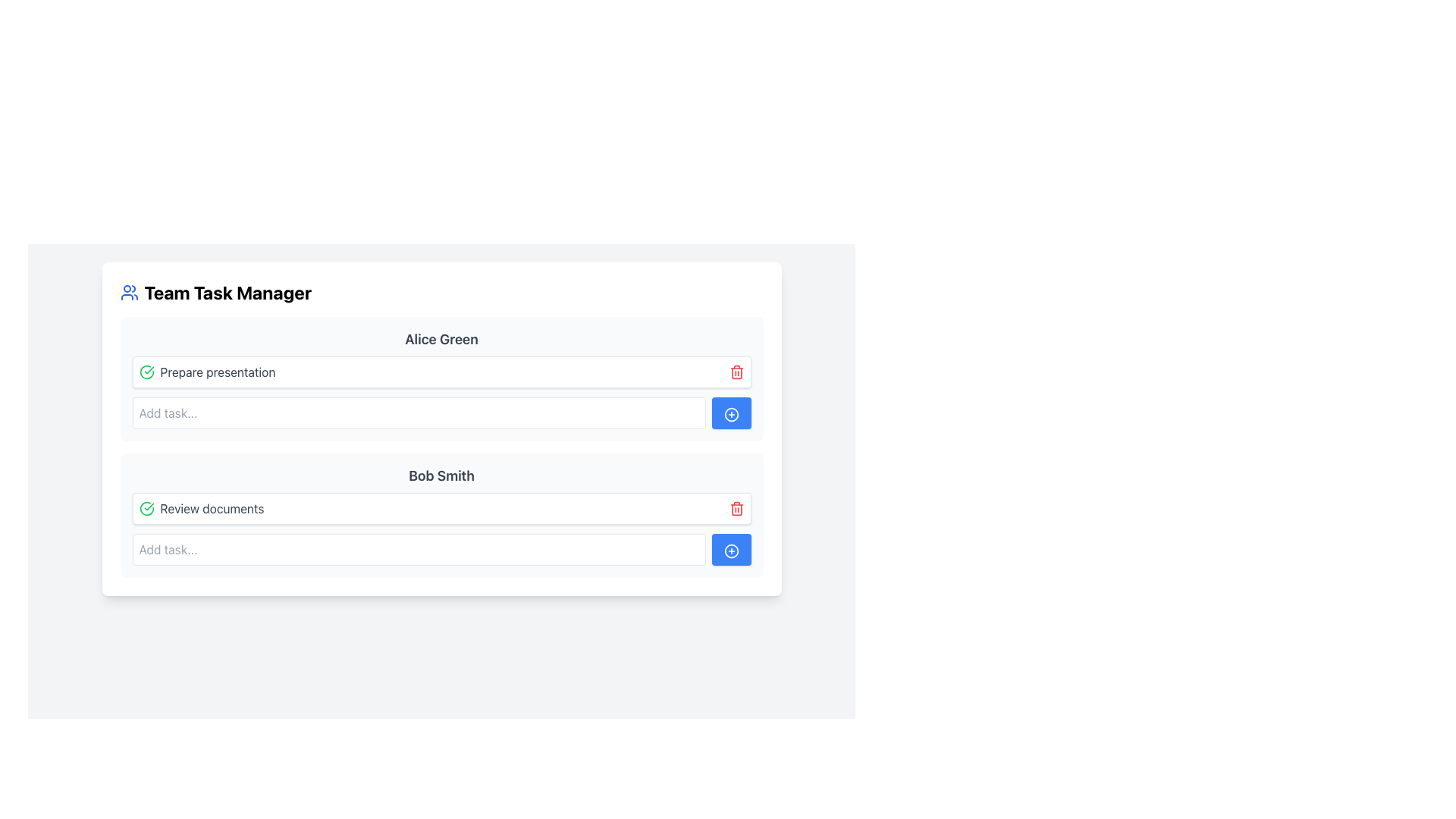 The width and height of the screenshot is (1456, 819). Describe the element at coordinates (731, 413) in the screenshot. I see `the rounded rectangular blue button with a white plus icon` at that location.